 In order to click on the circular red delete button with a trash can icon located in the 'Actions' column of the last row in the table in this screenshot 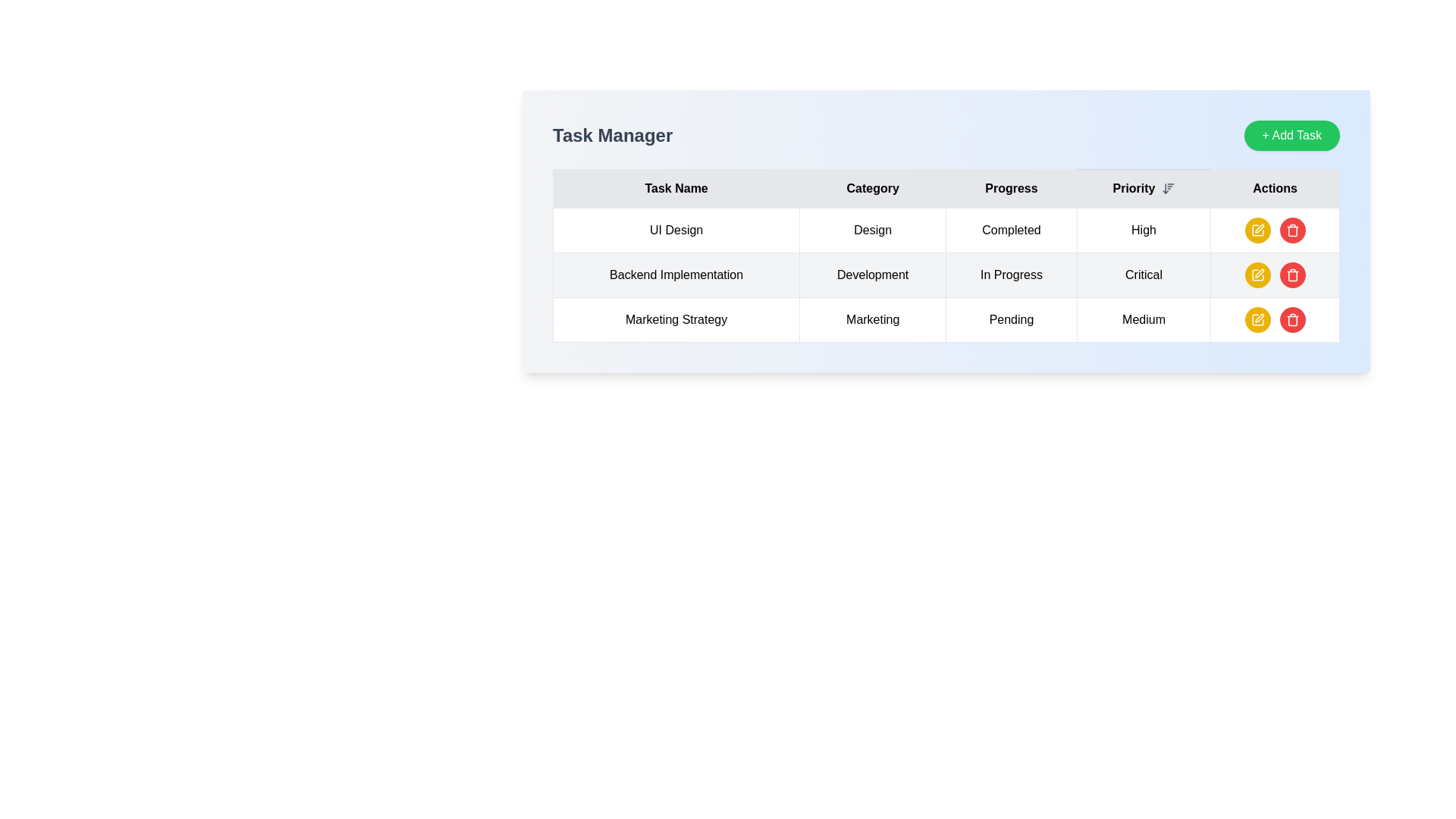, I will do `click(1291, 318)`.